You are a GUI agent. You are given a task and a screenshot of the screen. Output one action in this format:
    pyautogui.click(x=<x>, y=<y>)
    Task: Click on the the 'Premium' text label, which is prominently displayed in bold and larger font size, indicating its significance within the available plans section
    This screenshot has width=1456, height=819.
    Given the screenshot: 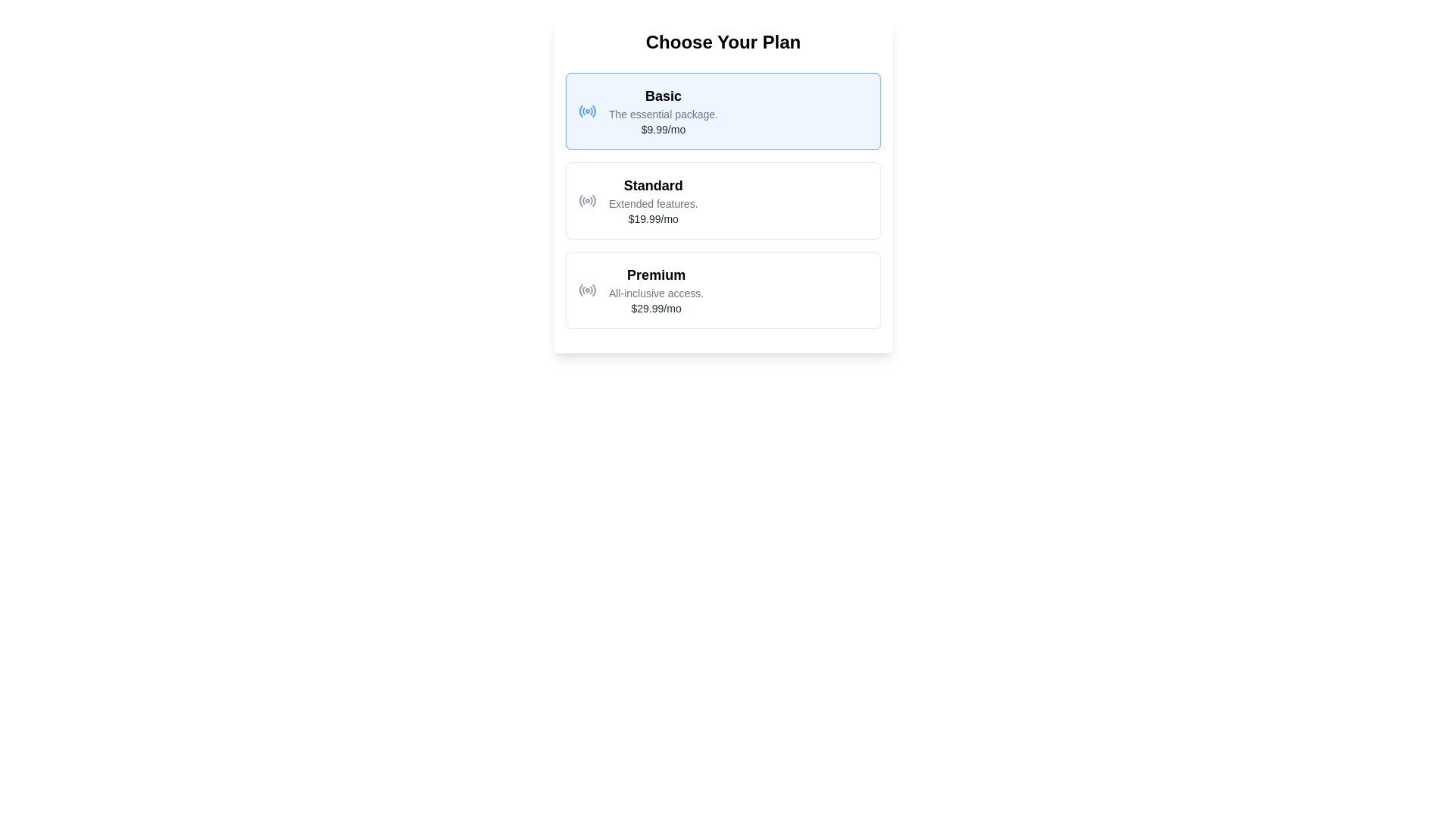 What is the action you would take?
    pyautogui.click(x=656, y=275)
    